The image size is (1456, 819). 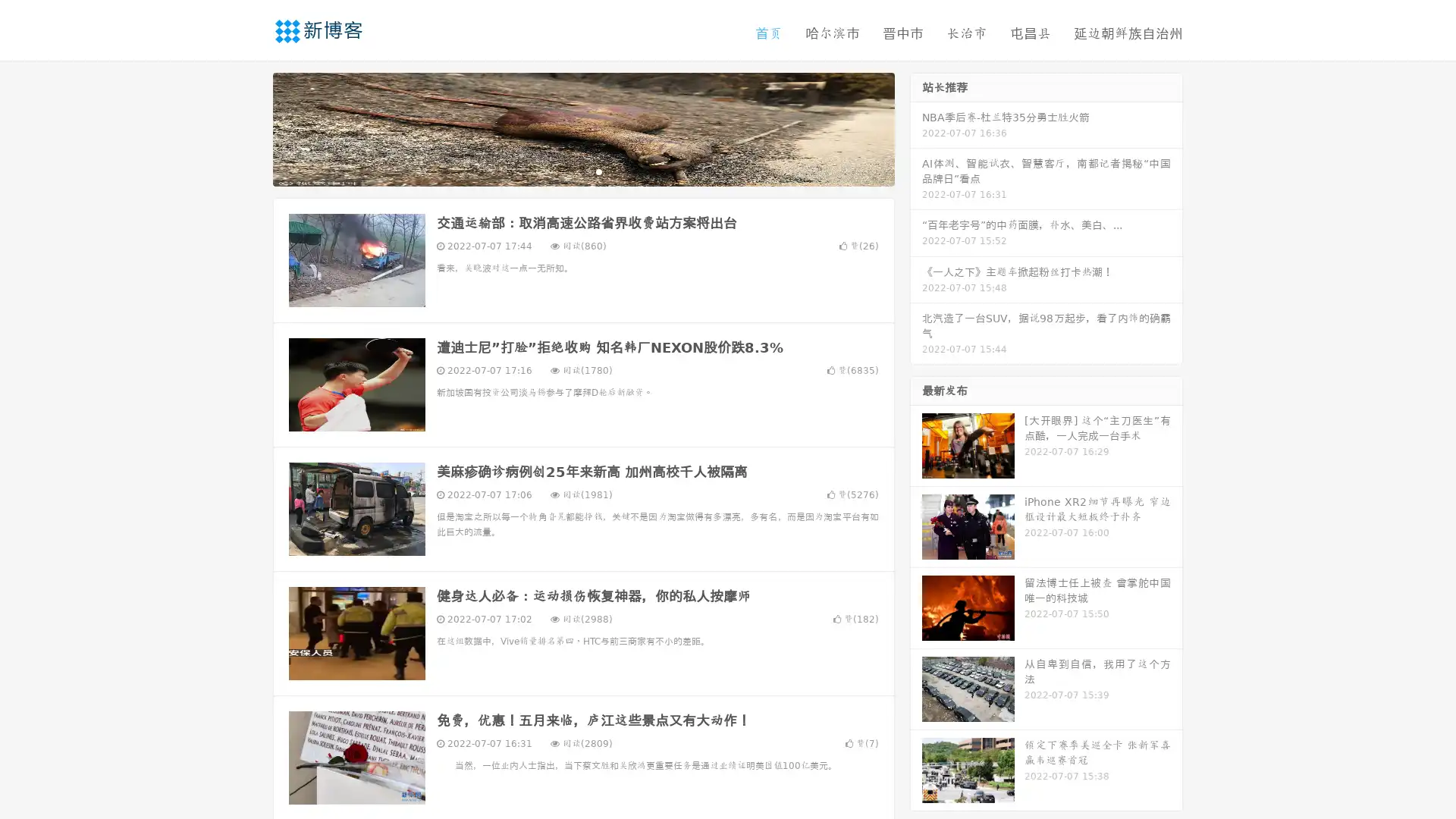 What do you see at coordinates (598, 171) in the screenshot?
I see `Go to slide 3` at bounding box center [598, 171].